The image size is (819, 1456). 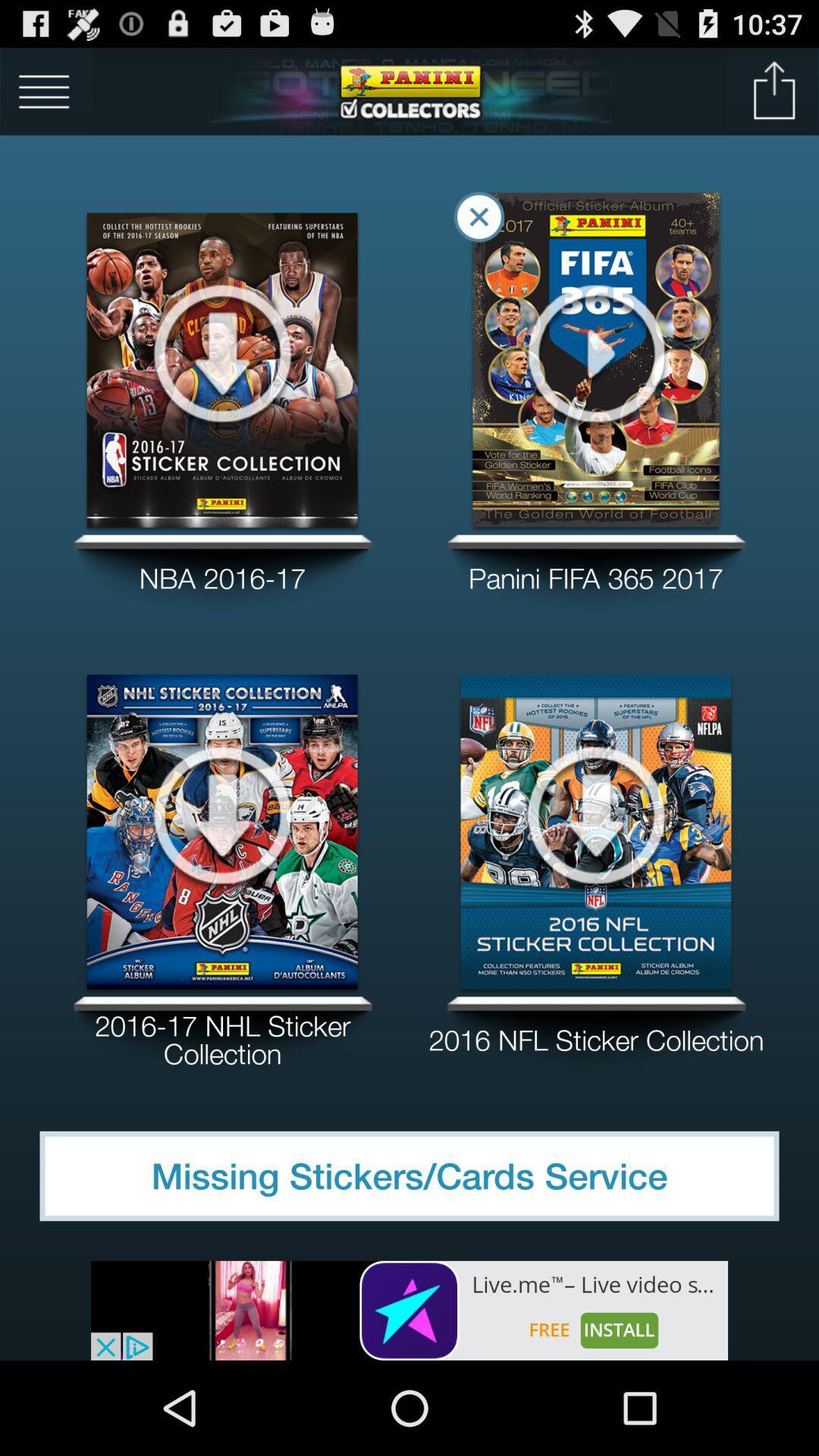 What do you see at coordinates (595, 376) in the screenshot?
I see `the play icon` at bounding box center [595, 376].